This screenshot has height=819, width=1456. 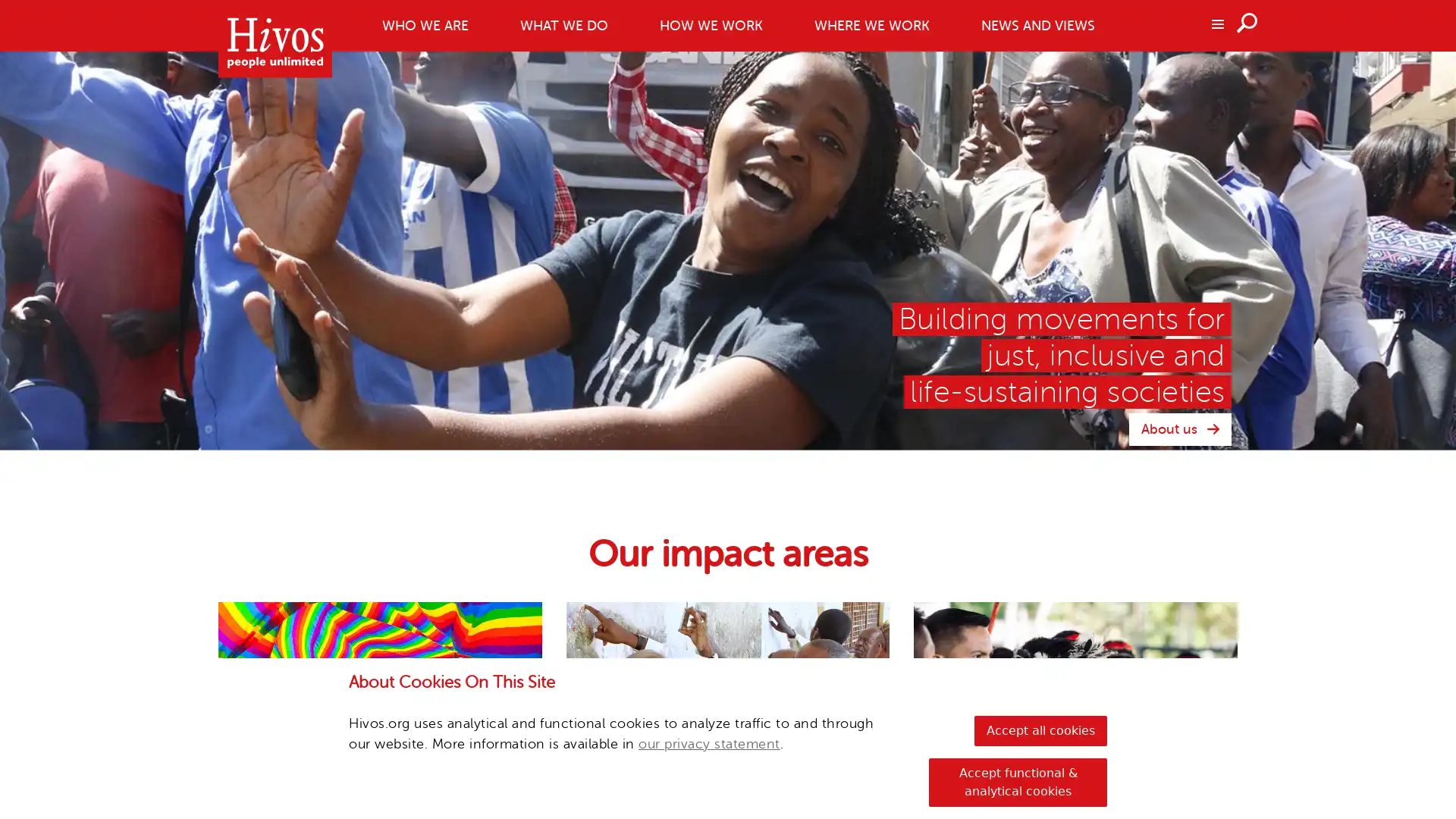 I want to click on Search button, so click(x=1248, y=22).